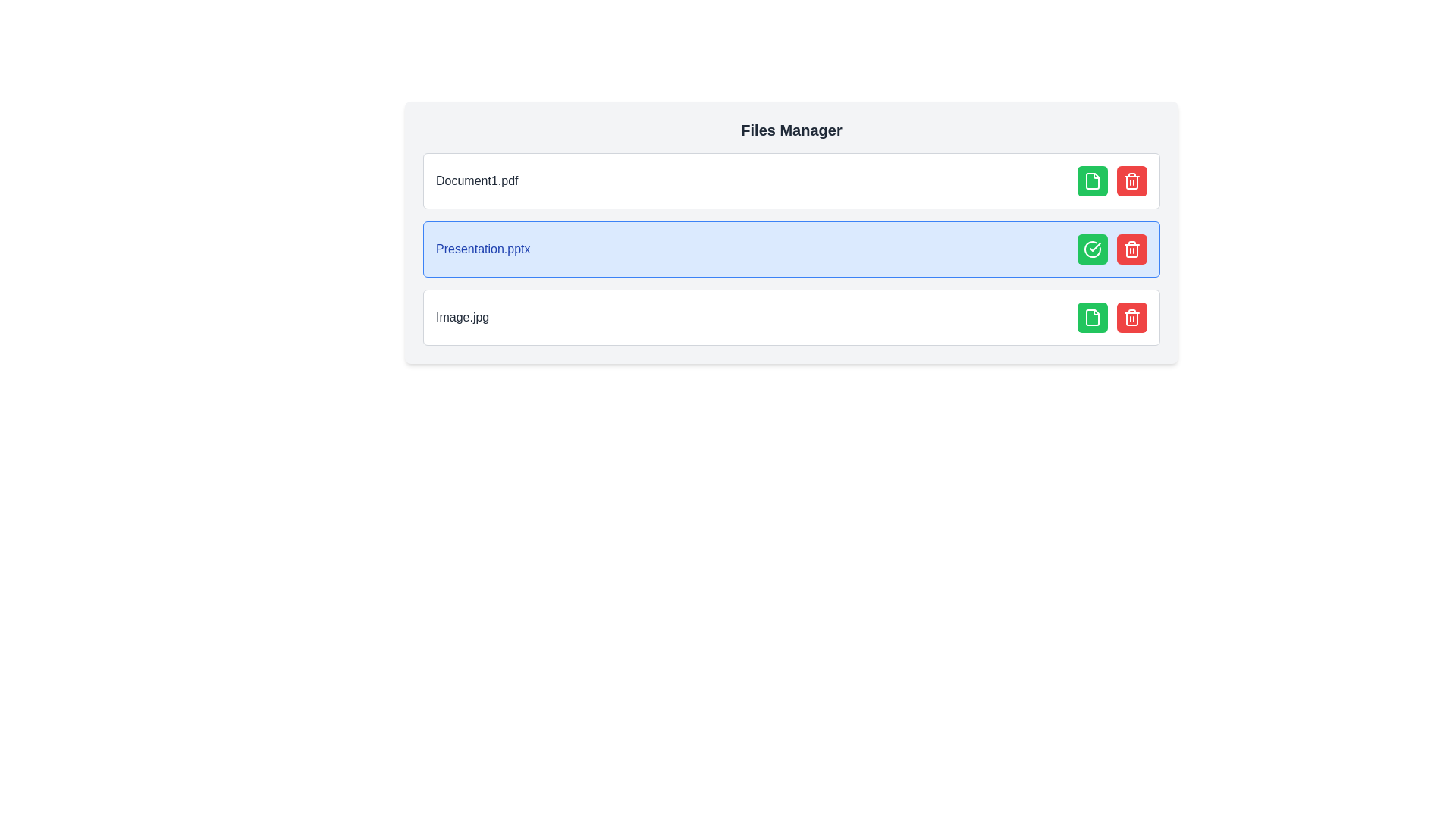 This screenshot has height=819, width=1456. Describe the element at coordinates (1131, 250) in the screenshot. I see `the trash can icon's body component, which is a vertical rectangle, located at the top-right corner of the file row for 'Presentation.pptx'` at that location.